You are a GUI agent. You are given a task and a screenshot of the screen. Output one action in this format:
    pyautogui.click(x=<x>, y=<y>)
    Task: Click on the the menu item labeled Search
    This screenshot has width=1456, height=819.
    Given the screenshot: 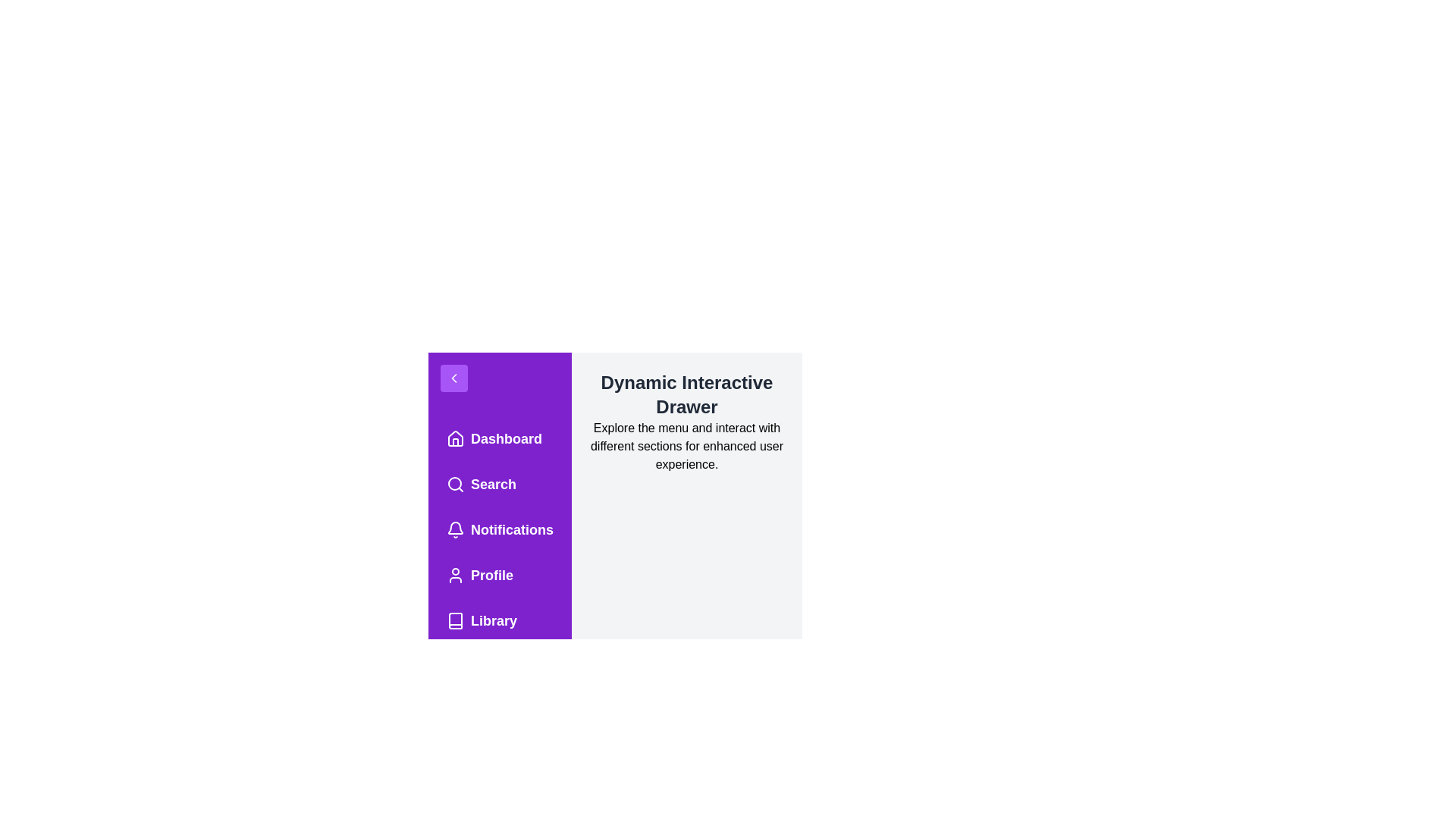 What is the action you would take?
    pyautogui.click(x=500, y=485)
    